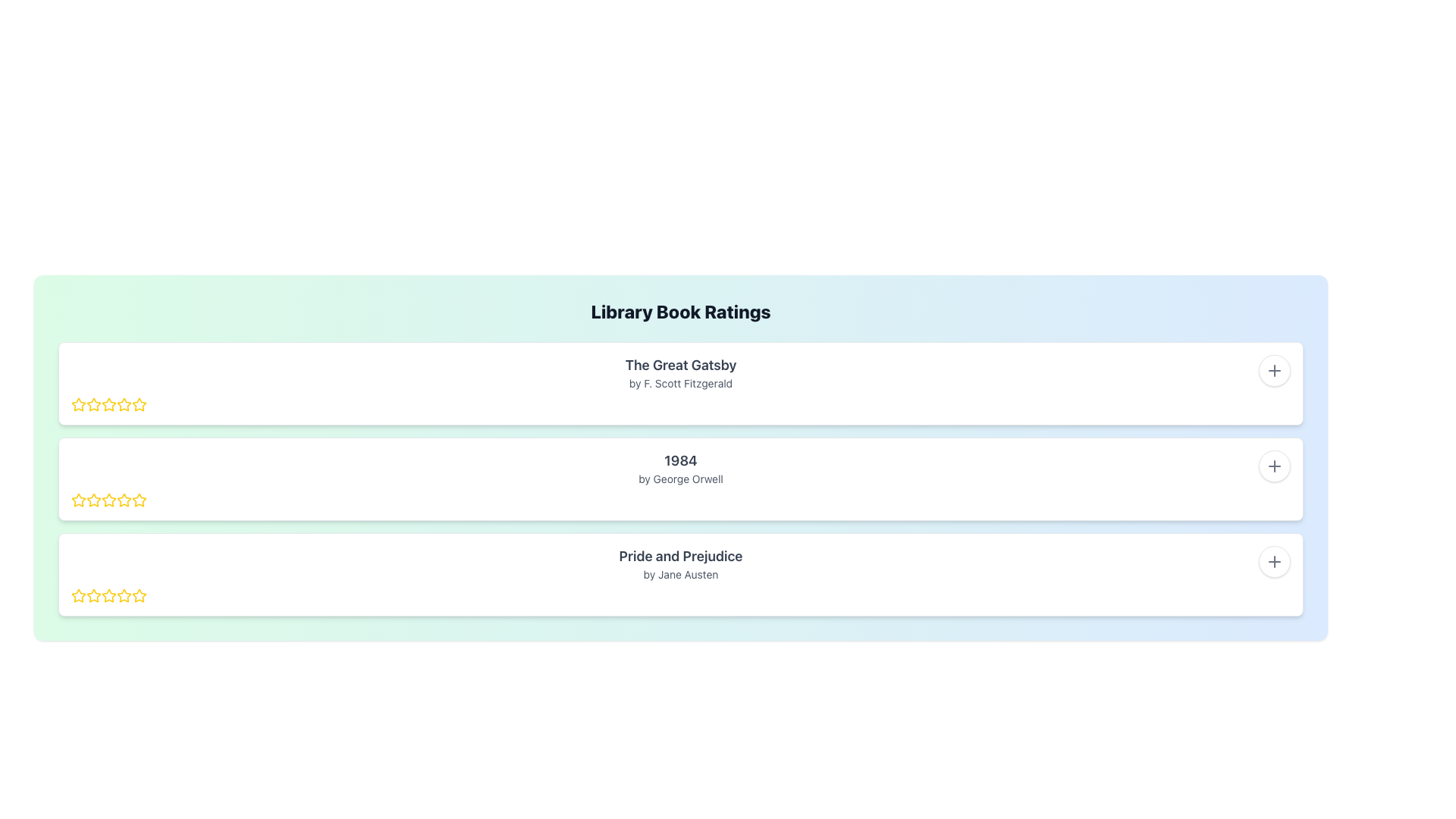  What do you see at coordinates (78, 500) in the screenshot?
I see `the first star icon in the rating row to rate the book '1984' by George Orwell` at bounding box center [78, 500].